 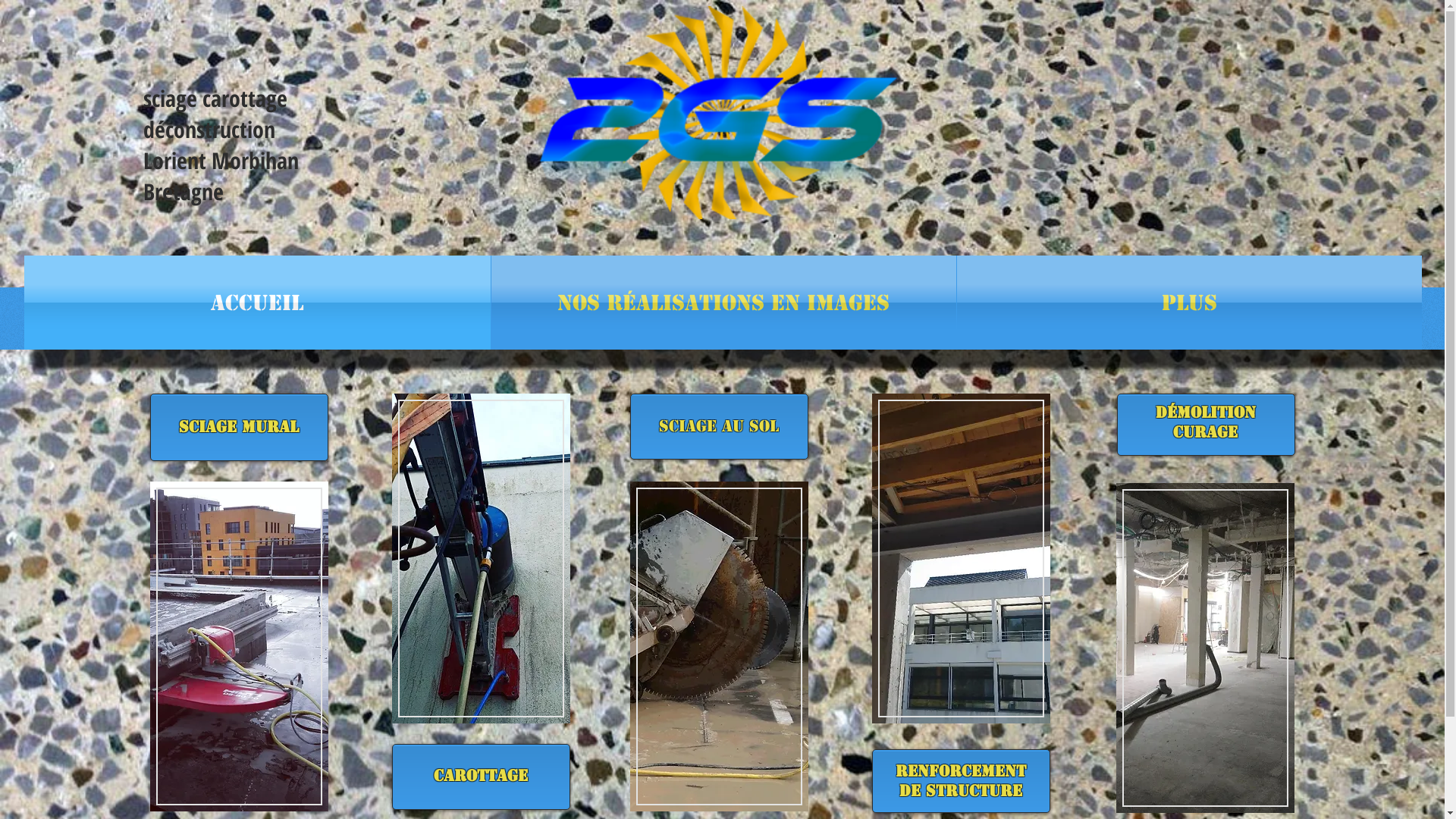 What do you see at coordinates (238, 646) in the screenshot?
I see `'015.jpg'` at bounding box center [238, 646].